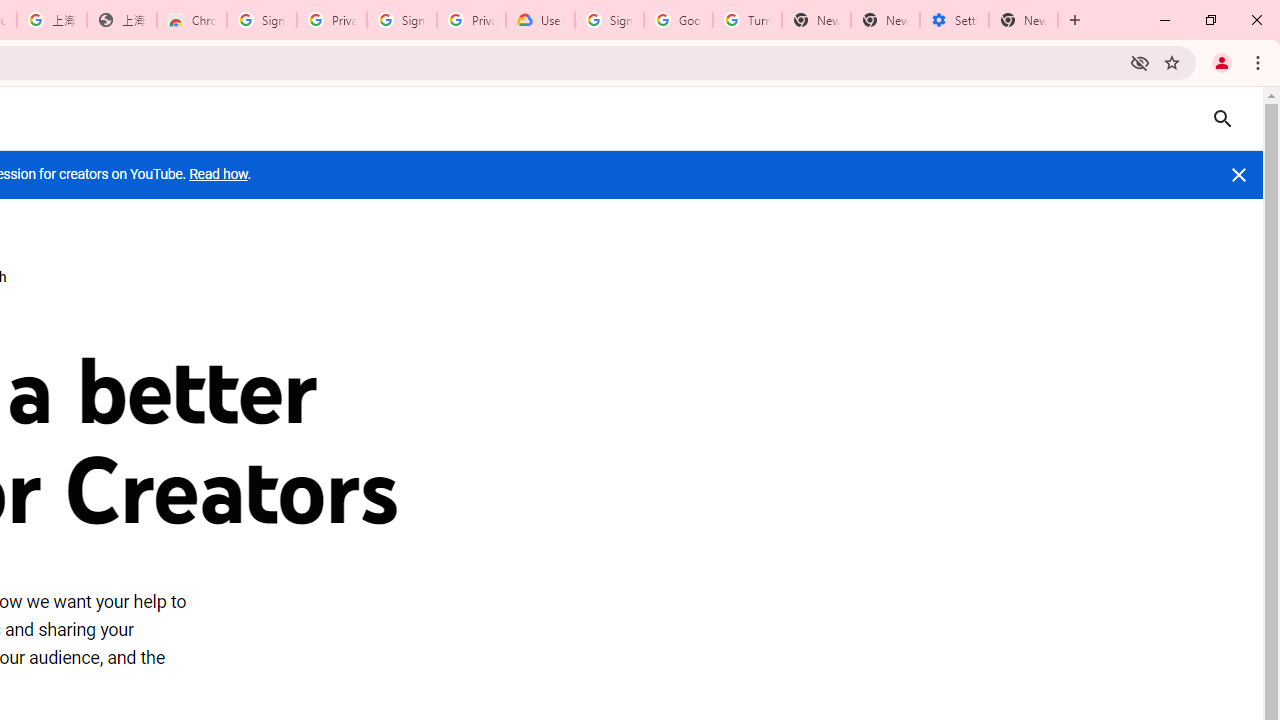 Image resolution: width=1280 pixels, height=720 pixels. Describe the element at coordinates (746, 20) in the screenshot. I see `'Turn cookies on or off - Computer - Google Account Help'` at that location.